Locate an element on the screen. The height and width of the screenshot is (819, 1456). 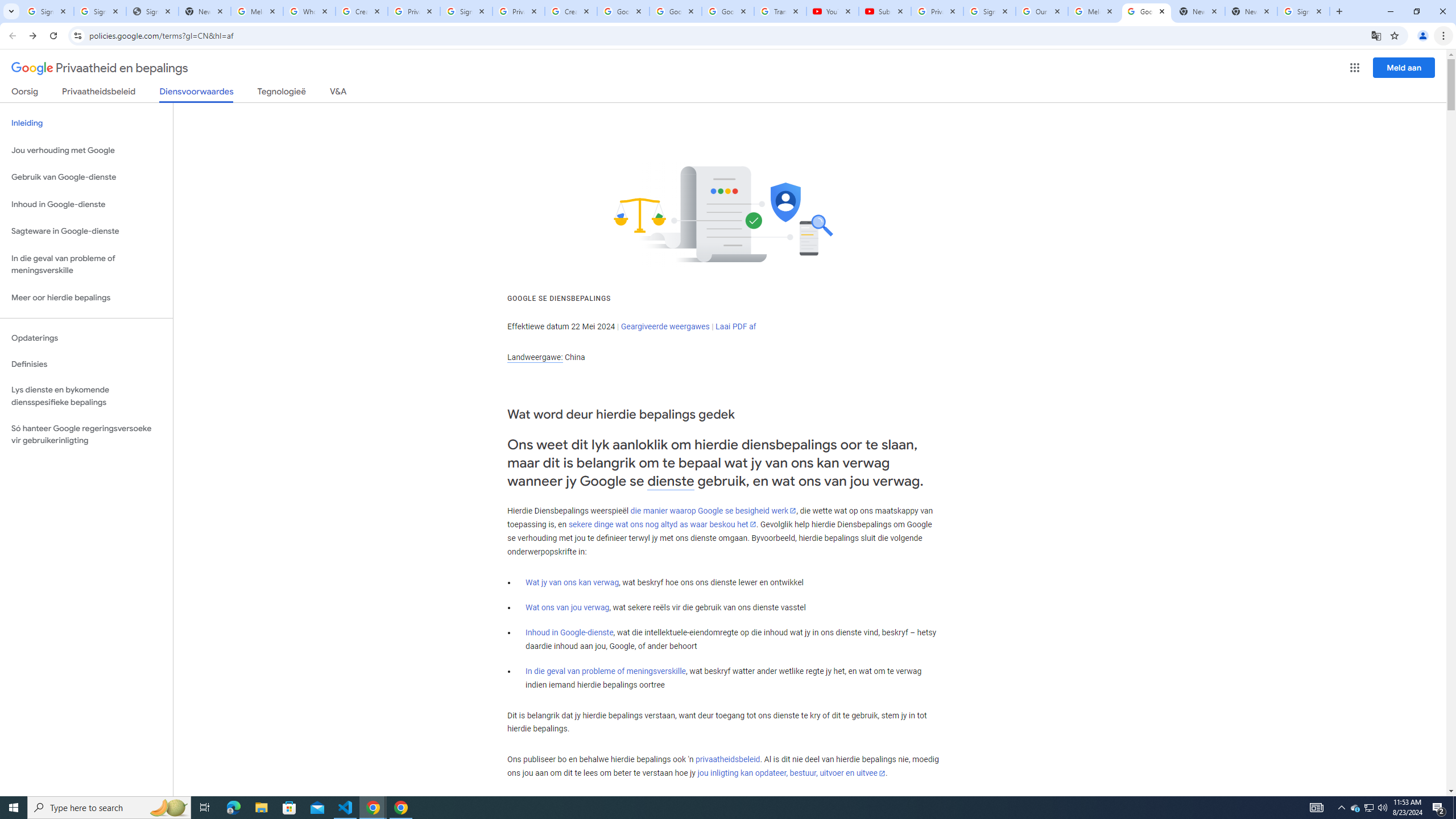
'sekere dinge wat ons nog altyd as waar beskou het' is located at coordinates (661, 524).